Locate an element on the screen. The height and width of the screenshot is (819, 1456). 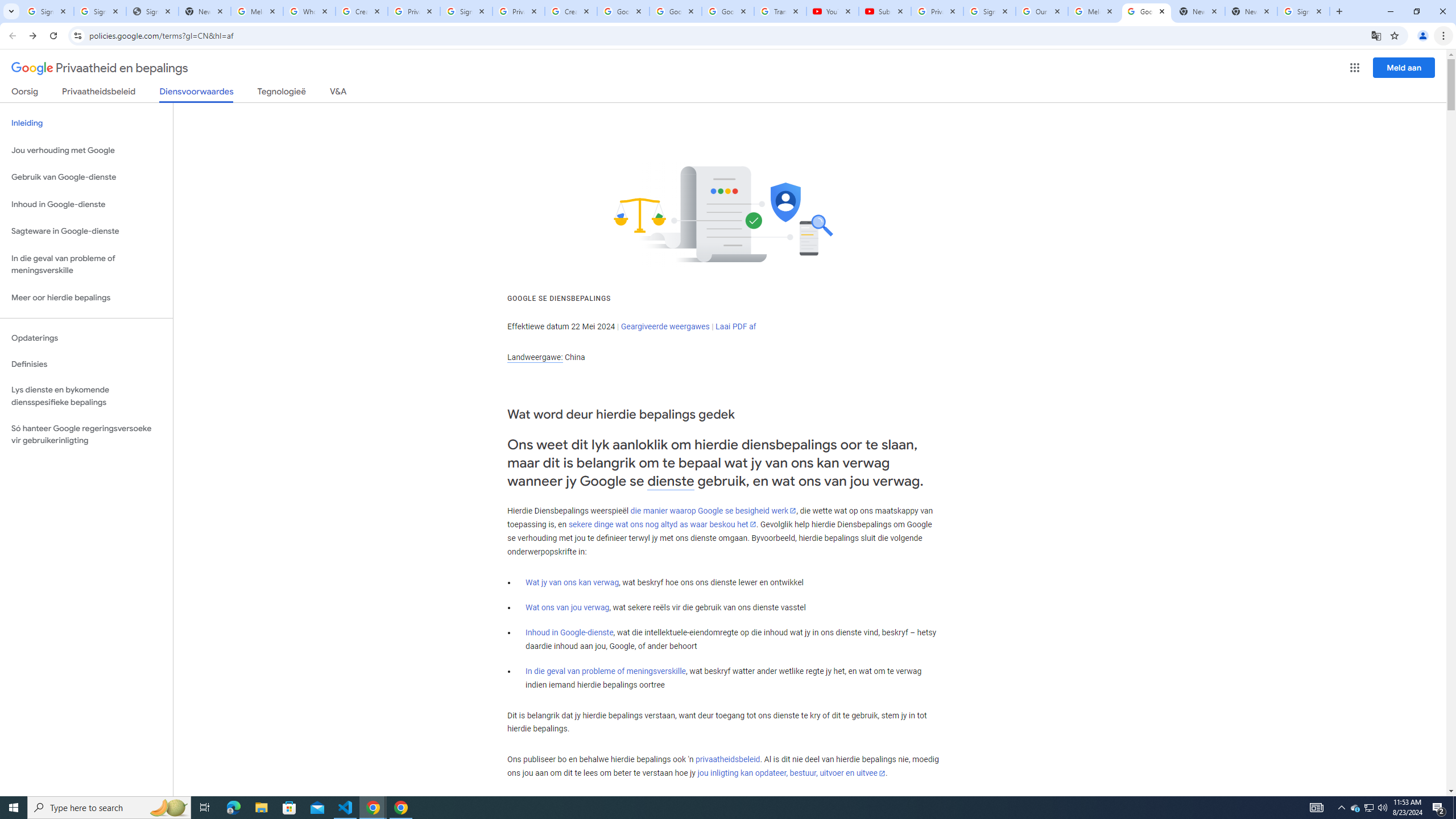
'sekere dinge wat ons nog altyd as waar beskou het' is located at coordinates (661, 524).